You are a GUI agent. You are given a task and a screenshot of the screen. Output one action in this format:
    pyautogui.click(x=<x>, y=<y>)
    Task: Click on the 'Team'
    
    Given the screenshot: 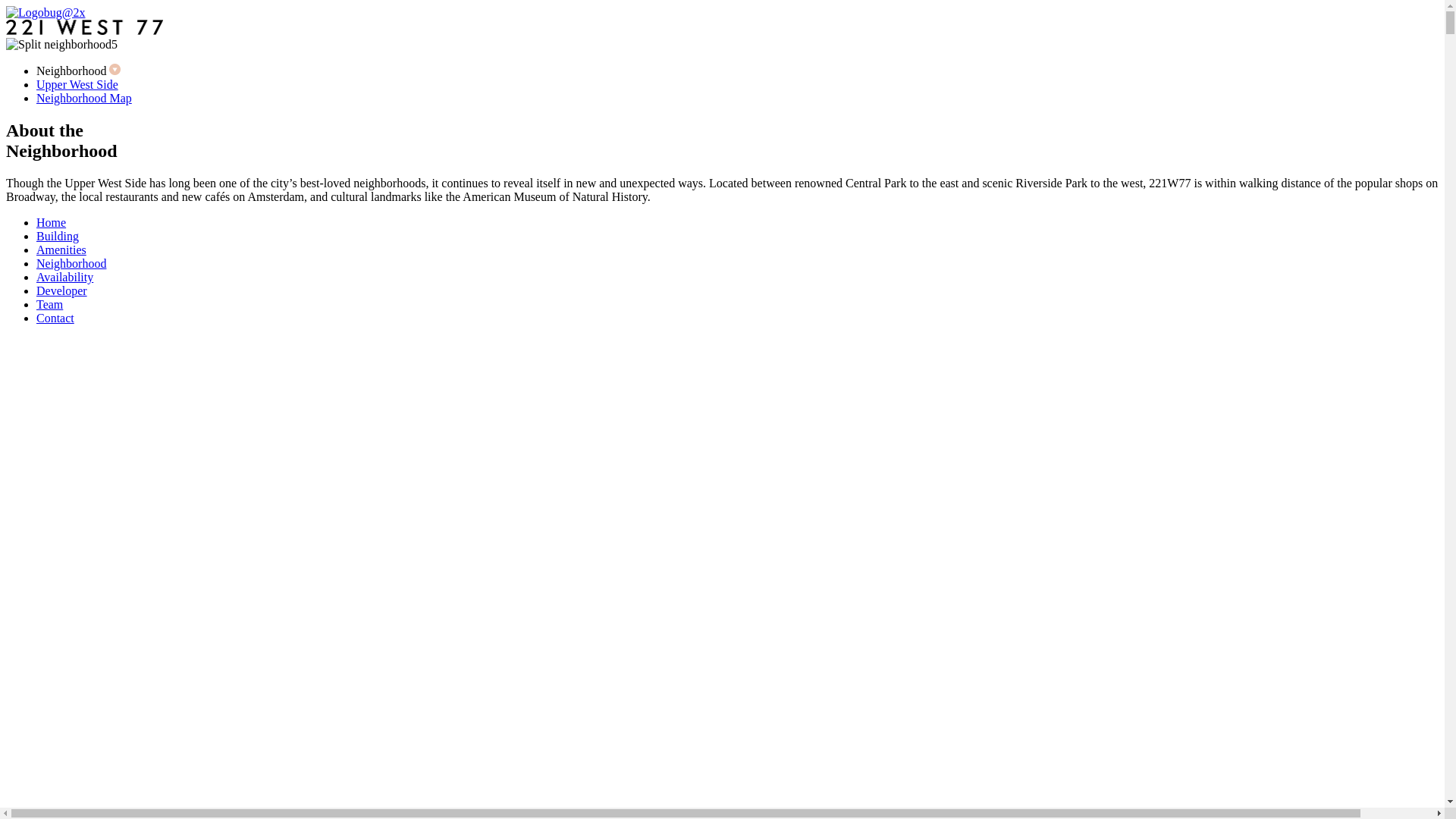 What is the action you would take?
    pyautogui.click(x=49, y=304)
    